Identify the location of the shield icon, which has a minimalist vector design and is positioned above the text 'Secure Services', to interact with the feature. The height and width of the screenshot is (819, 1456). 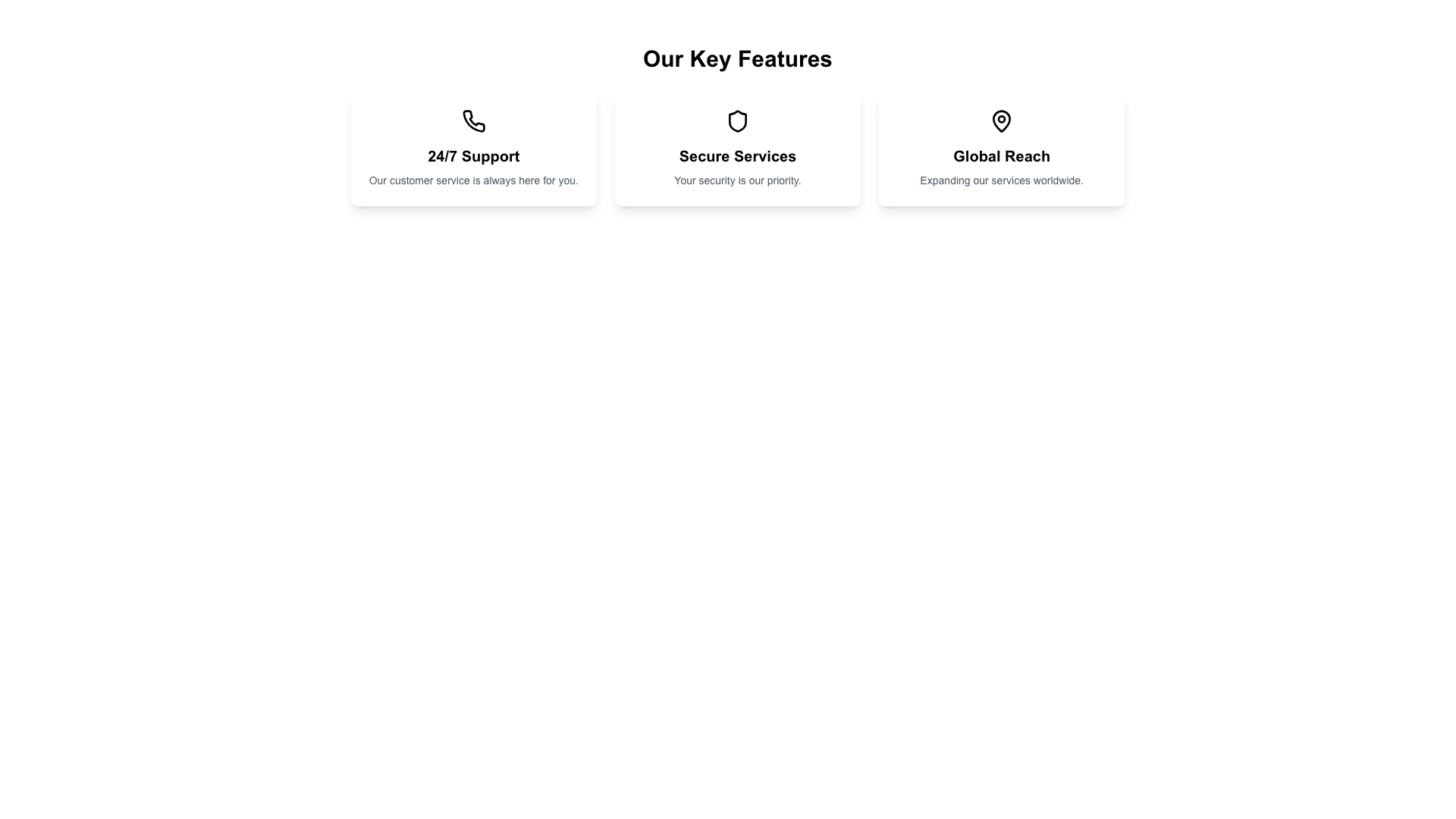
(738, 120).